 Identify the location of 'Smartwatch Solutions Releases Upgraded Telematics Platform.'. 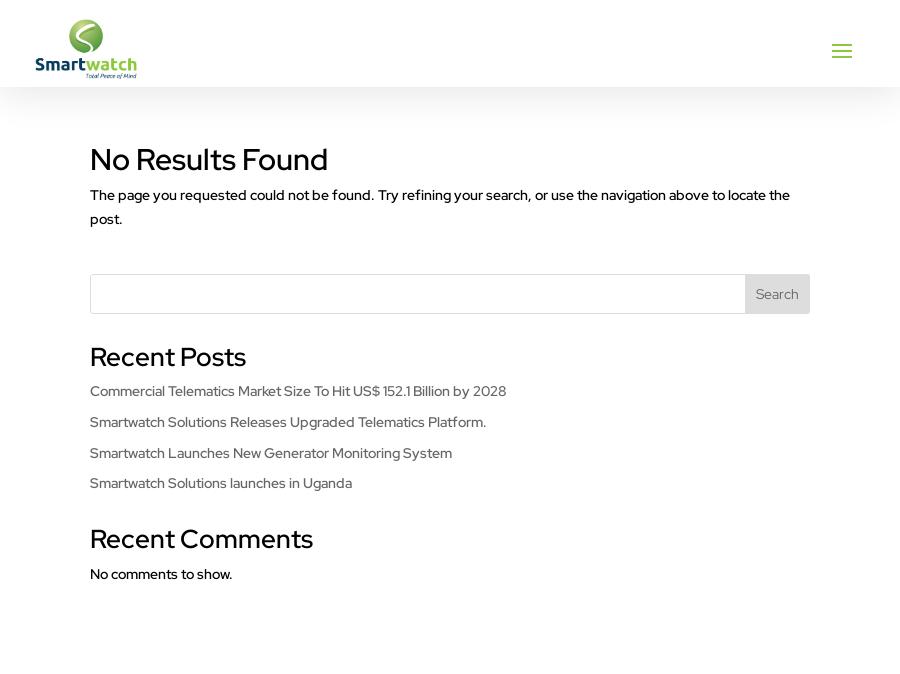
(287, 419).